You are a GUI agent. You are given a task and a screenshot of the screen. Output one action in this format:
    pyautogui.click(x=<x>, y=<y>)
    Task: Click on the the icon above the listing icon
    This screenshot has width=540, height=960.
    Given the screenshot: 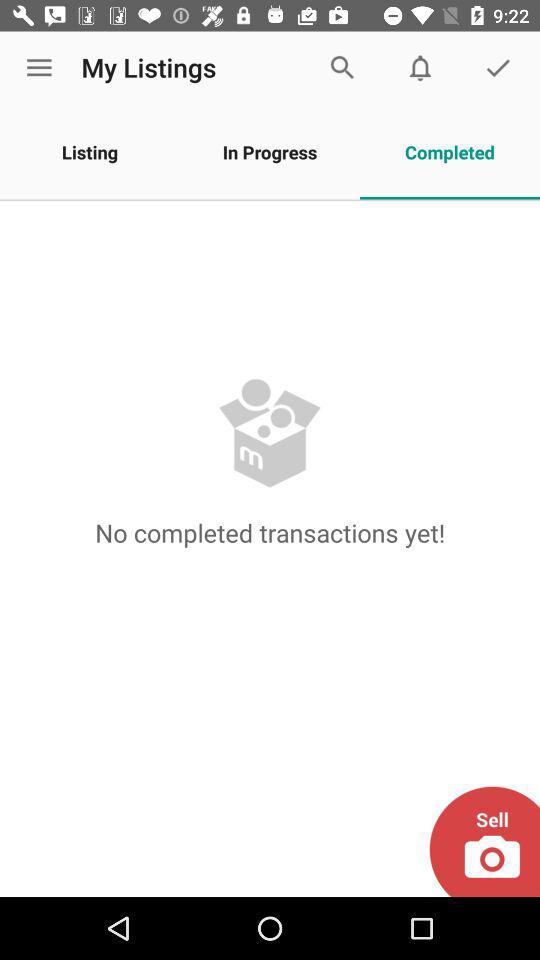 What is the action you would take?
    pyautogui.click(x=39, y=68)
    